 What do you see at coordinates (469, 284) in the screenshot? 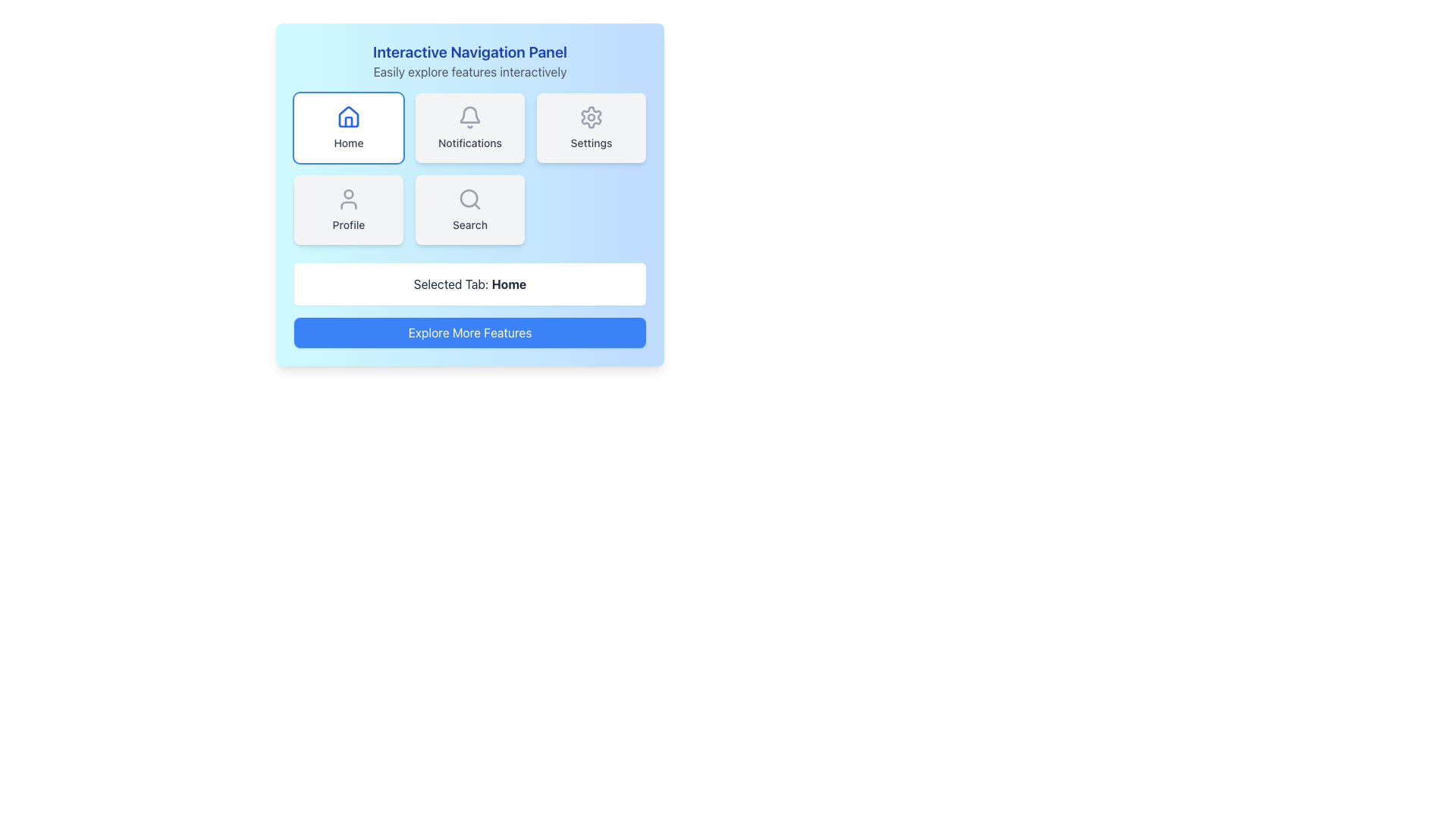
I see `the label that indicates the currently selected tab, located below the grid of buttons and above the 'Explore More Features' button` at bounding box center [469, 284].